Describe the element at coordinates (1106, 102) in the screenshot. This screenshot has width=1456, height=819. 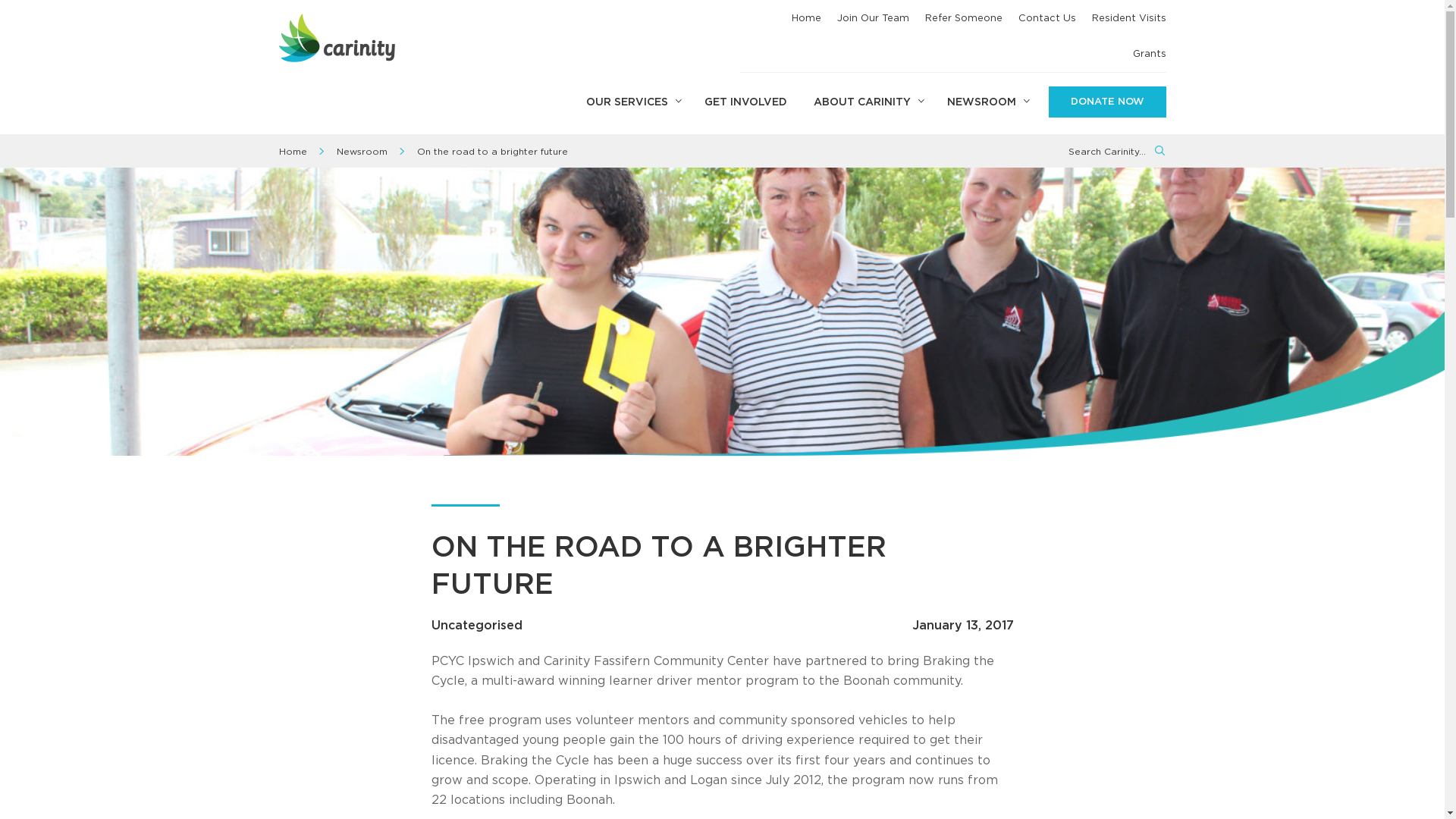
I see `'DONATE NOW'` at that location.